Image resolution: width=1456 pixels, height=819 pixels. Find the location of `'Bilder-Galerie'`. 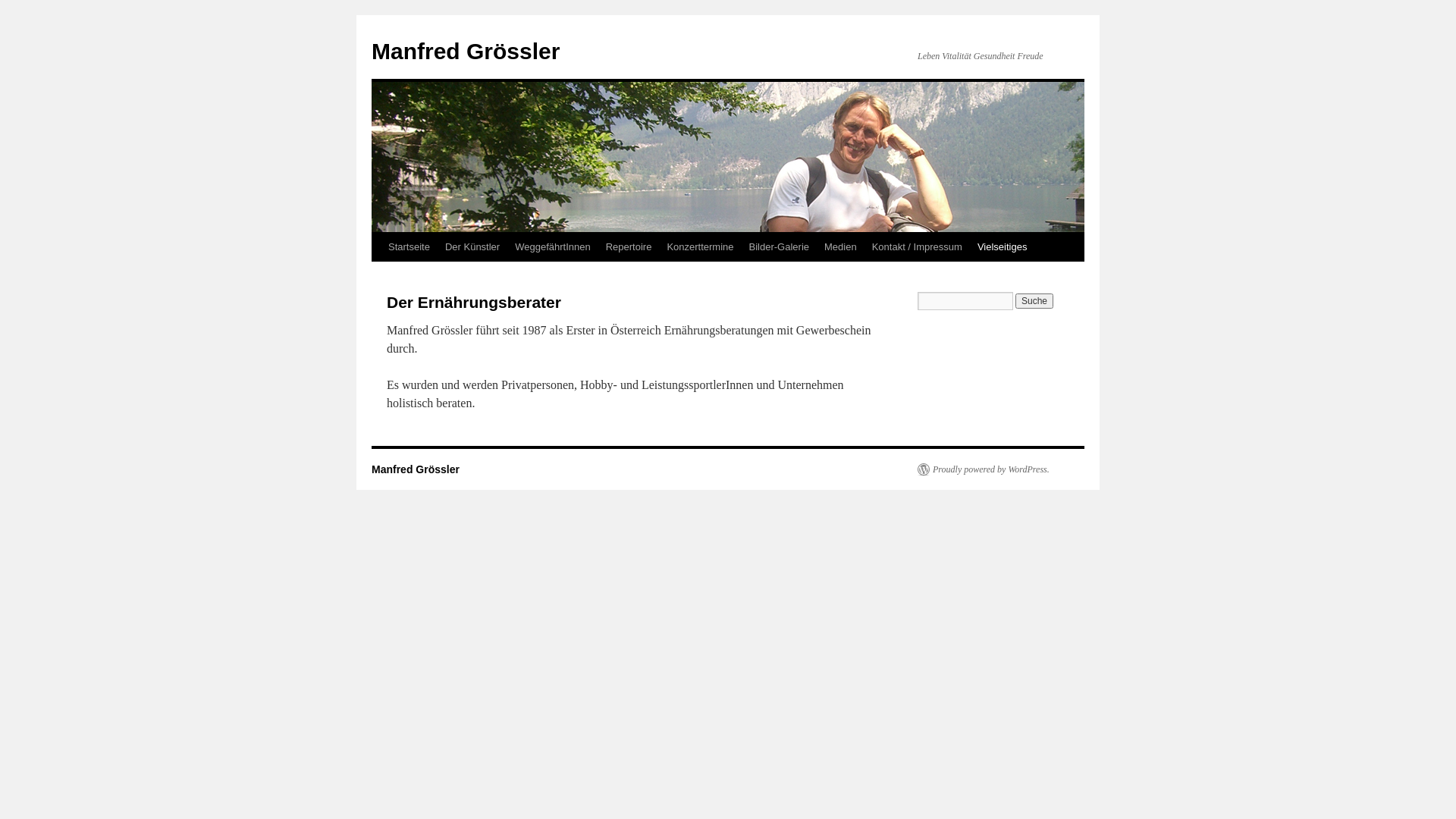

'Bilder-Galerie' is located at coordinates (779, 246).